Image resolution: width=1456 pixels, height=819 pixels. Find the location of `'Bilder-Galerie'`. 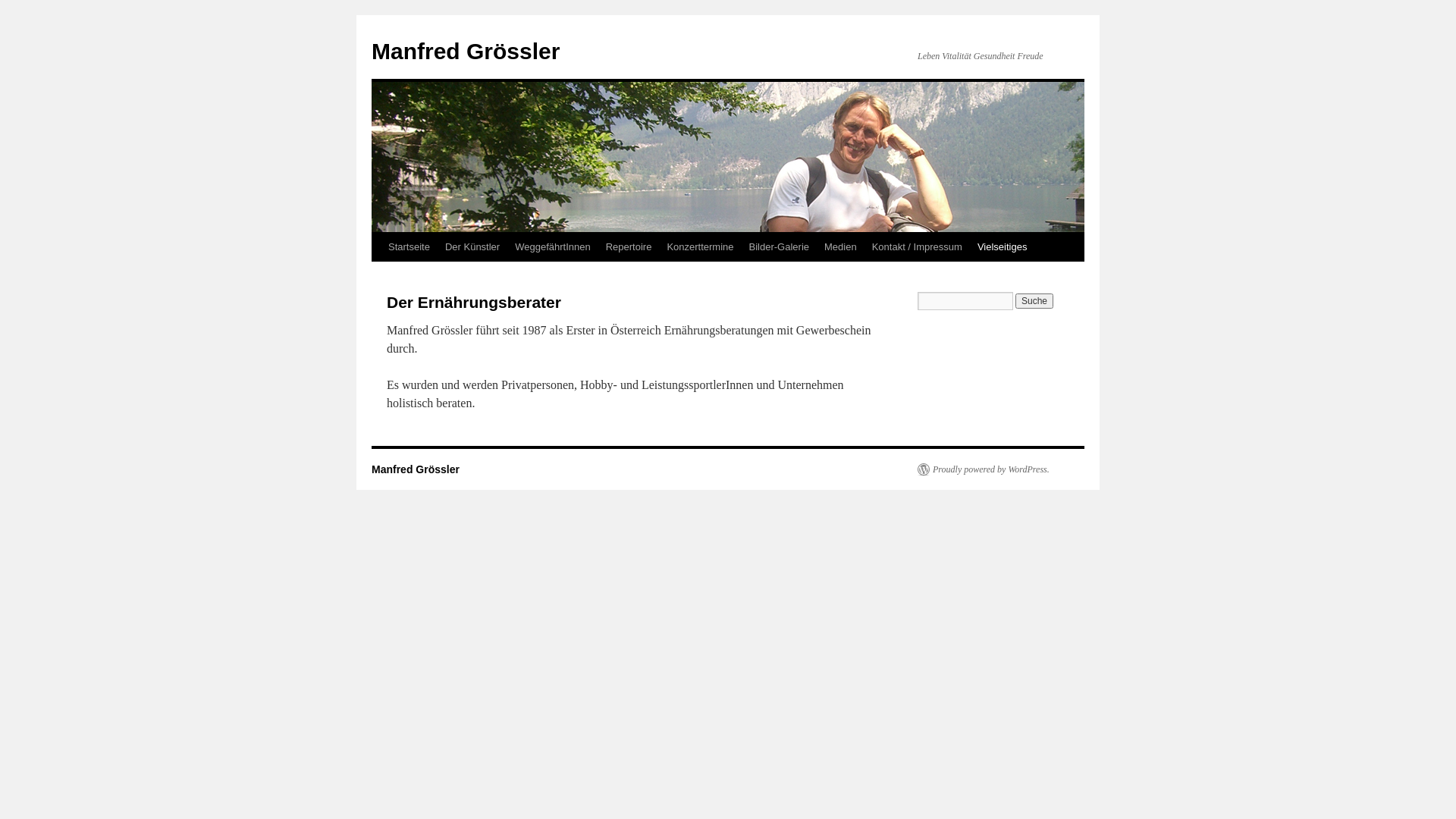

'Bilder-Galerie' is located at coordinates (779, 246).